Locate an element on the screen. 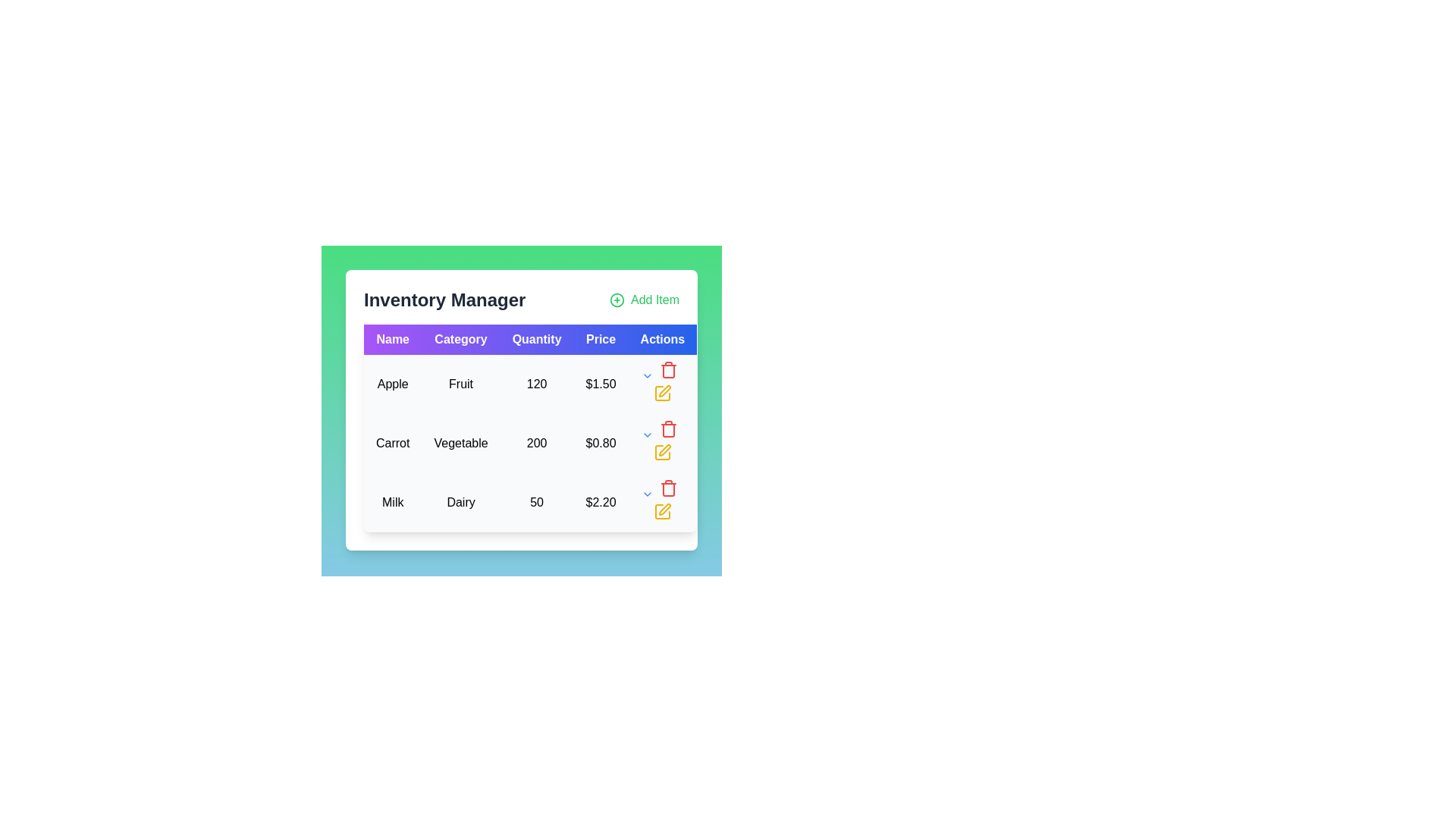  the edit icon button represented by a pencil within a square frame in the 'Actions' column of the 'Carrot' item row is located at coordinates (664, 450).